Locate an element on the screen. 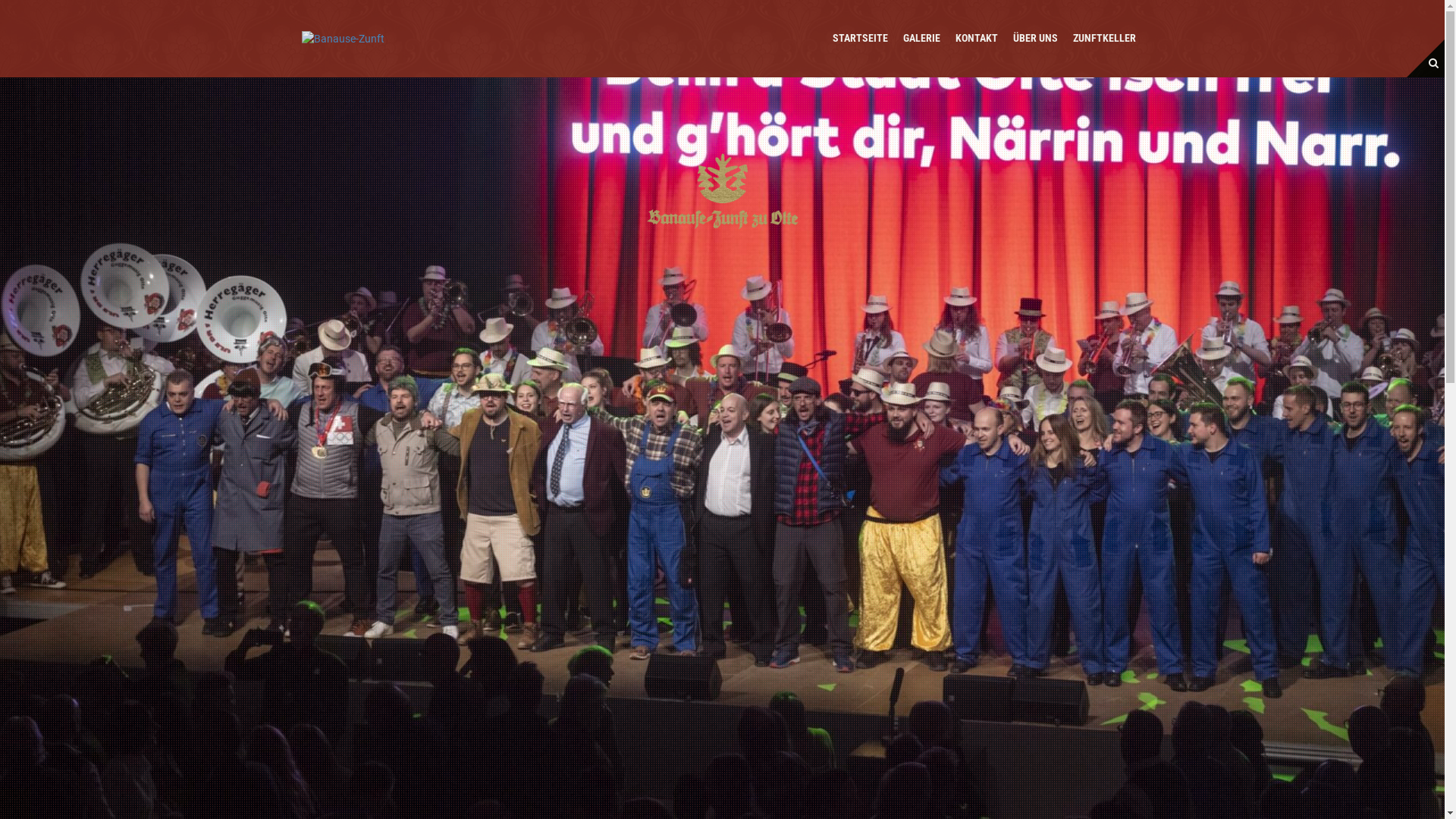 The height and width of the screenshot is (819, 1456). 'ZUNFTKELLER' is located at coordinates (1072, 37).